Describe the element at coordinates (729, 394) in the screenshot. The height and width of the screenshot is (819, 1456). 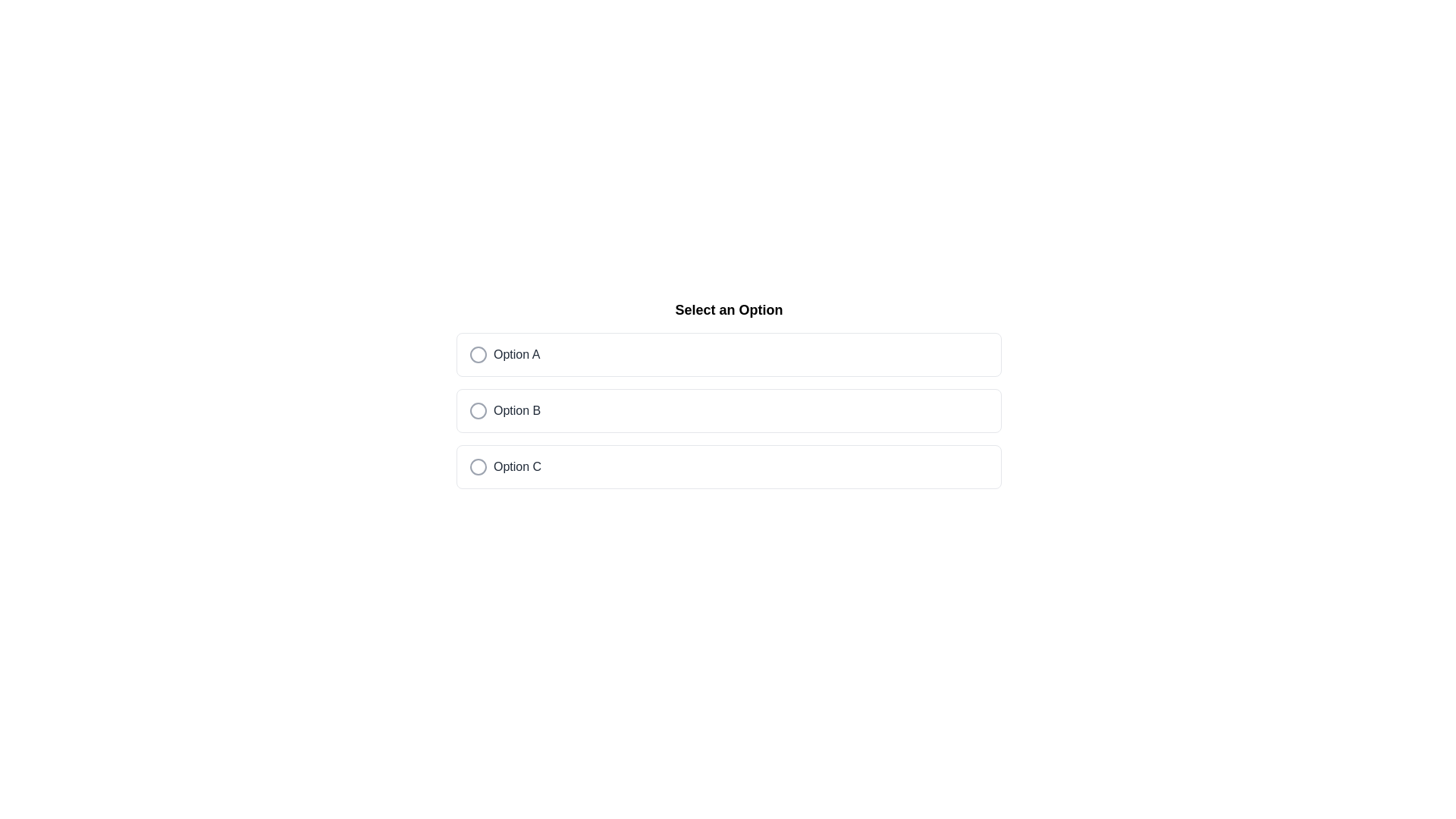
I see `one of the options in the 'Select an Option' list` at that location.